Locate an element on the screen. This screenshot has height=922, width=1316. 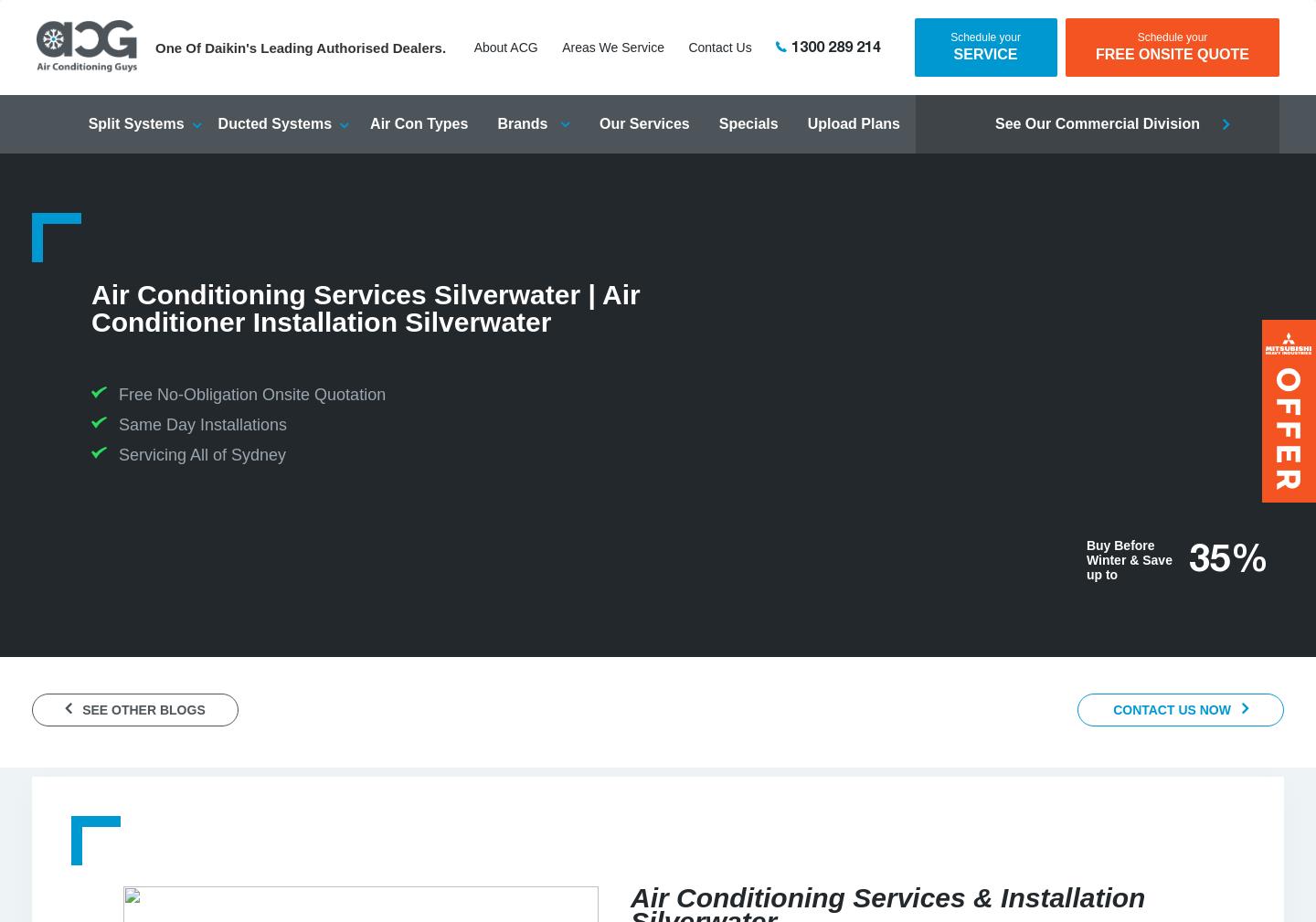
'Upload Plans' is located at coordinates (853, 122).